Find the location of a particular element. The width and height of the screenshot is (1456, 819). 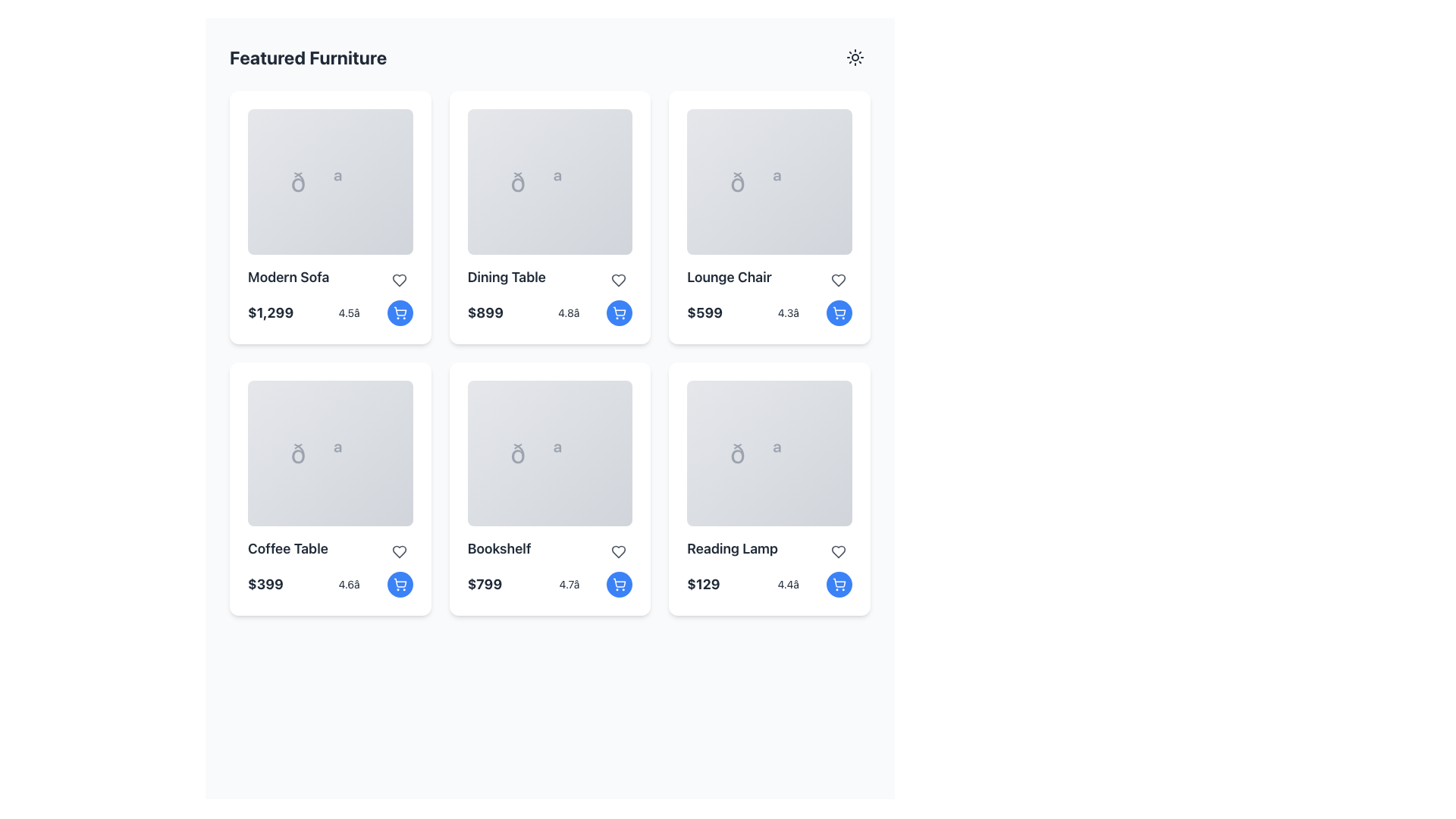

the decorative image area of the 'Bookshelf' product card, which is centrally positioned in the second row and third column is located at coordinates (549, 452).